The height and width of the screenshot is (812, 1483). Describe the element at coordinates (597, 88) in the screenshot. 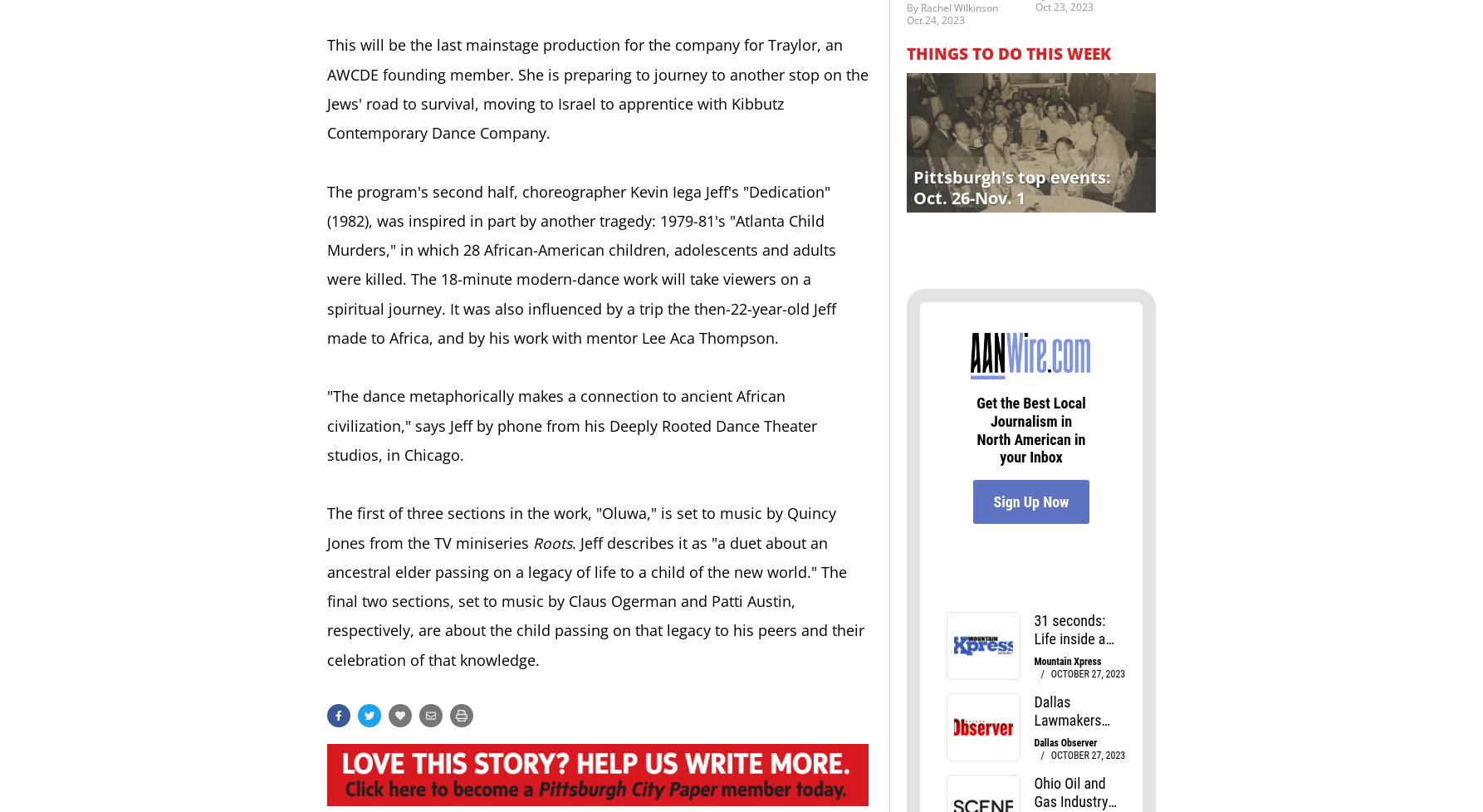

I see `'This will be the last mainstage production for the company for Traylor, an AWCDE founding member. She is preparing to journey to another stop on the Jews' road to survival, moving to Israel to apprentice with Kibbutz Contemporary Dance Company.'` at that location.